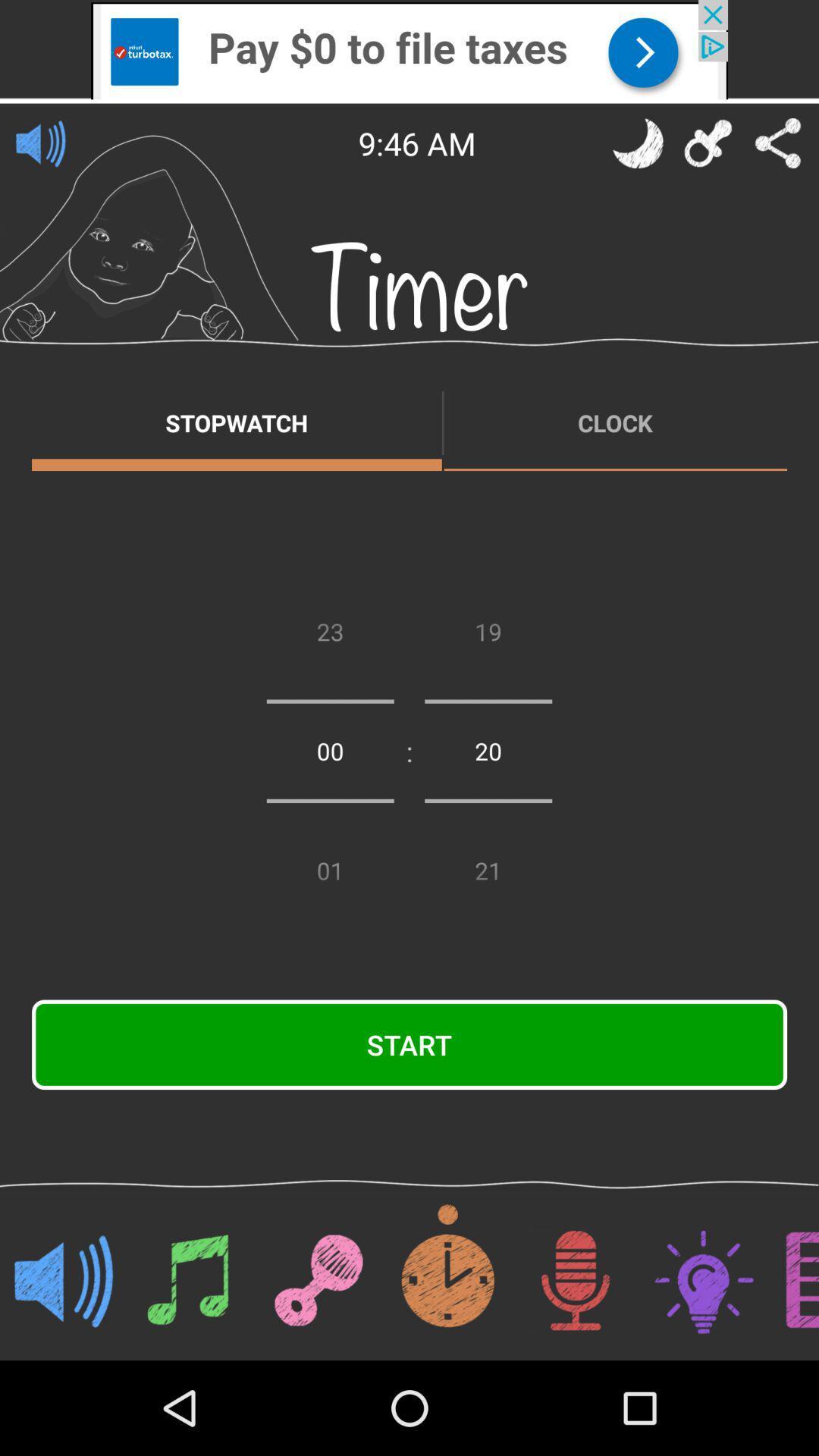 This screenshot has height=1456, width=819. What do you see at coordinates (638, 143) in the screenshot?
I see `help your baby relax stop crying and sleep better` at bounding box center [638, 143].